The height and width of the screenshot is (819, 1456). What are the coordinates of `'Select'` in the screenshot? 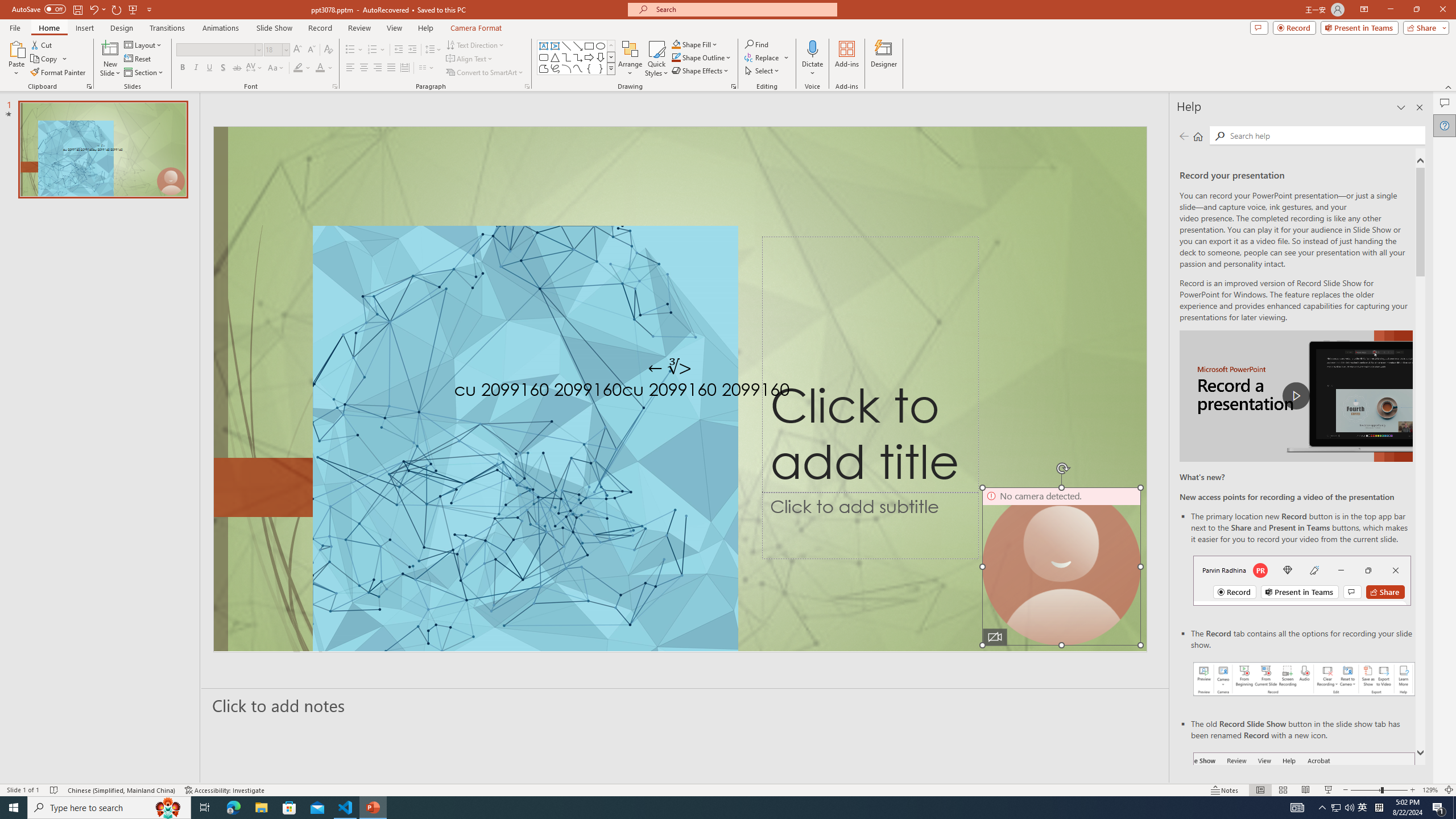 It's located at (763, 69).